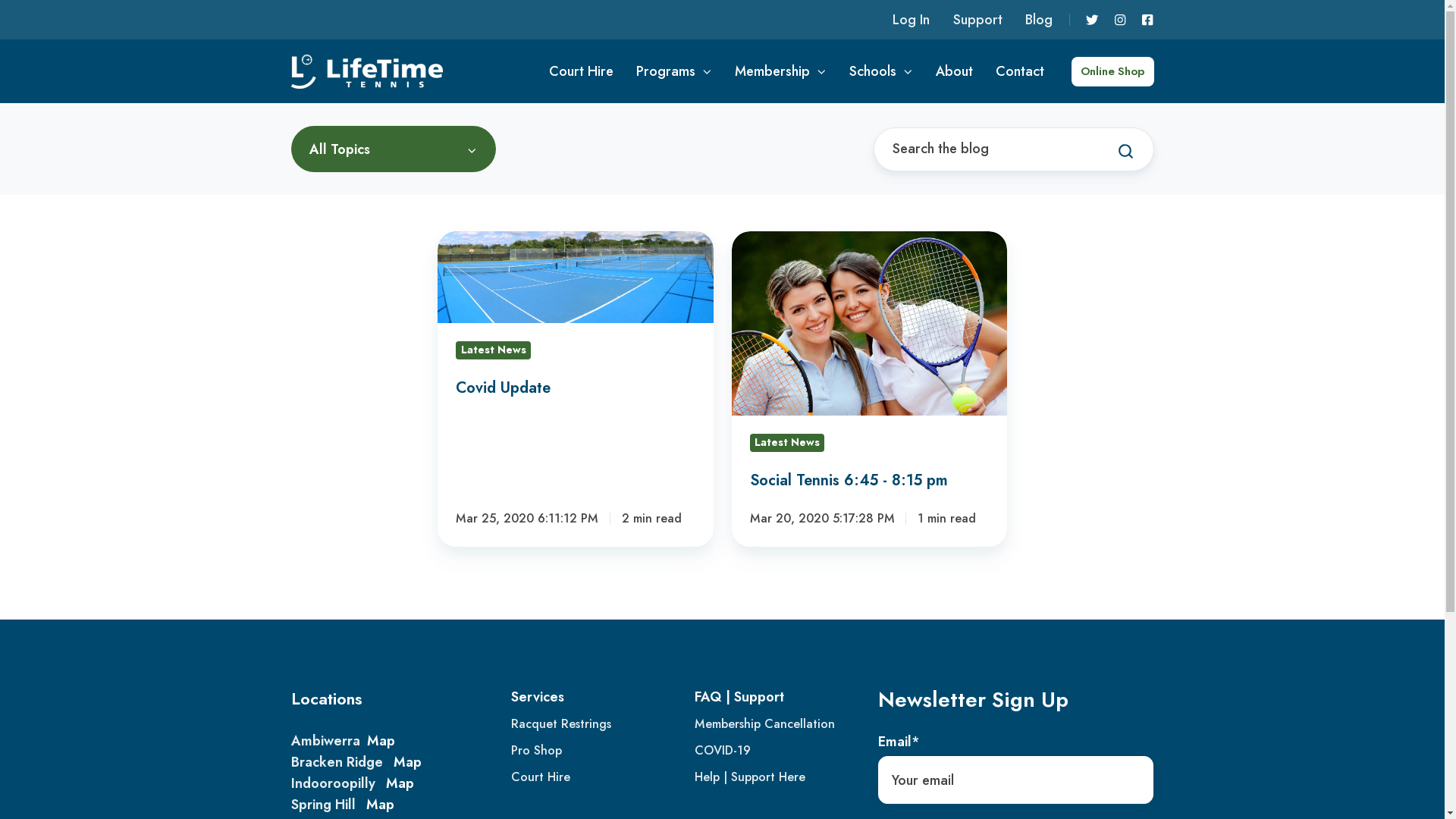 The height and width of the screenshot is (819, 1456). I want to click on 'Schools', so click(880, 71).